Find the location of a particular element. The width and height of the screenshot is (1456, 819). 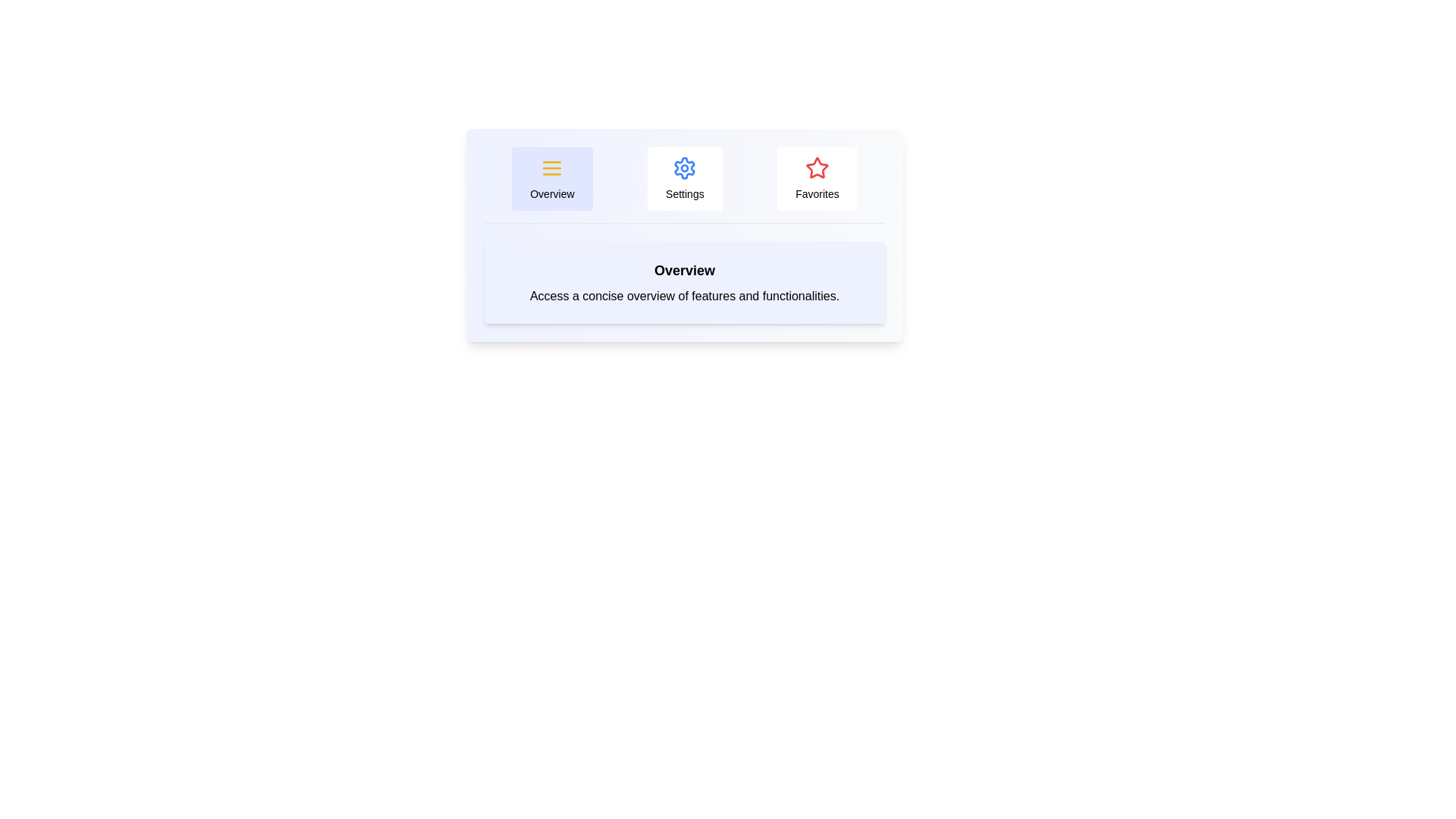

the tab labeled Settings is located at coordinates (683, 177).